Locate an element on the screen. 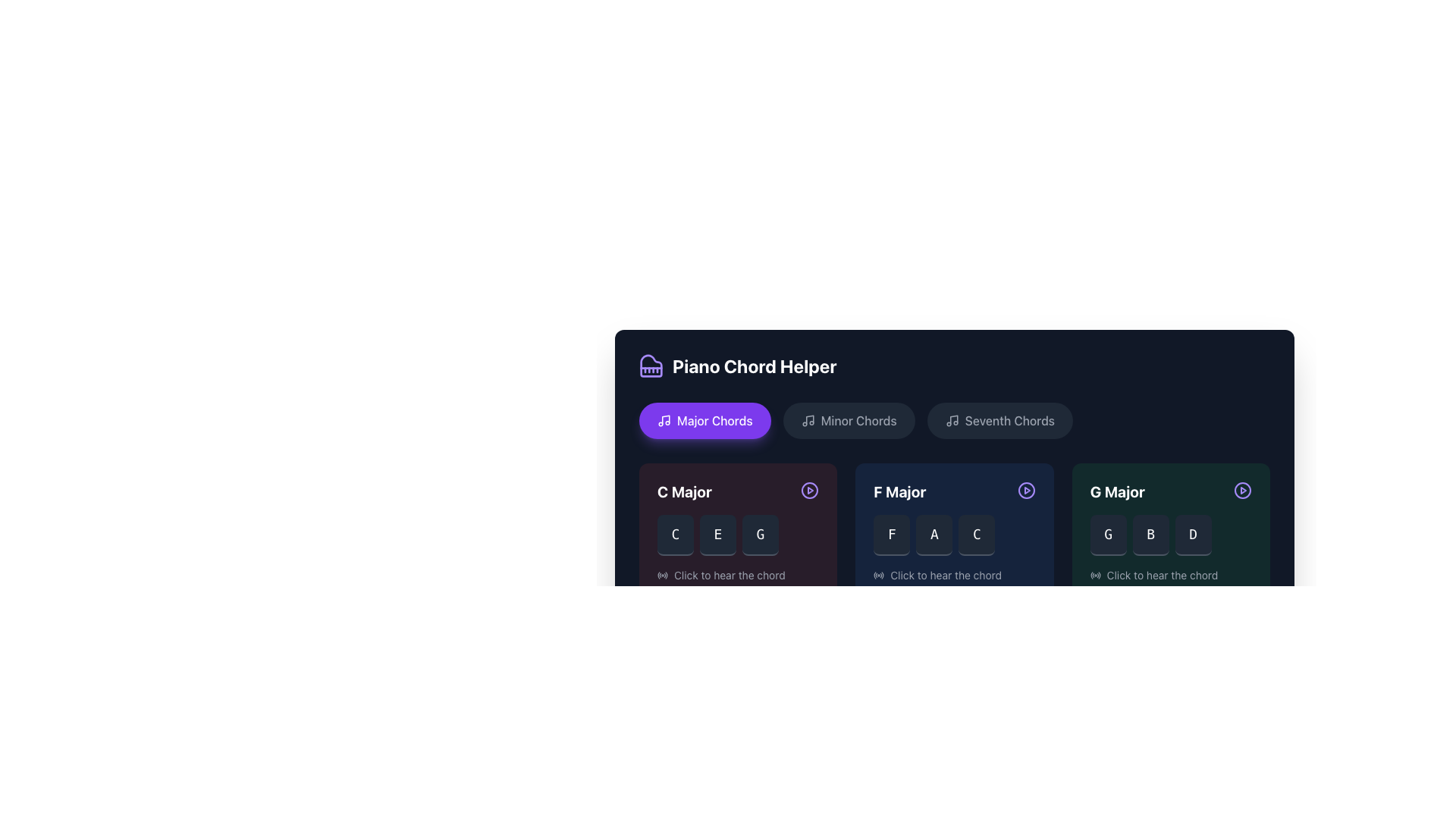  the graphical icon representing the circular component of the 'C Major' chord group, located adjacent to the 'C Major' label is located at coordinates (809, 491).